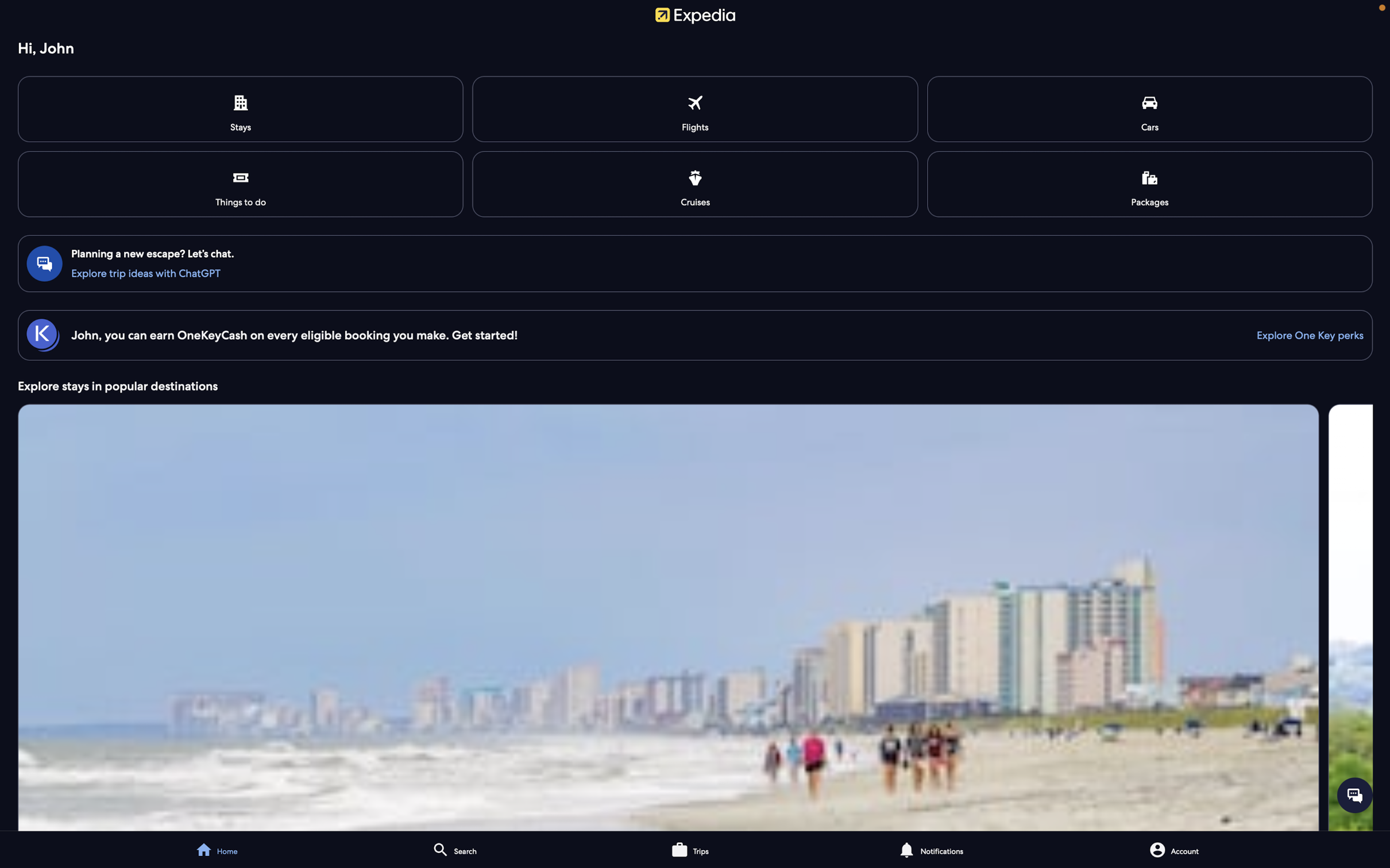  Describe the element at coordinates (2001600, 1108870) in the screenshot. I see `"explore stays" section on the screen` at that location.